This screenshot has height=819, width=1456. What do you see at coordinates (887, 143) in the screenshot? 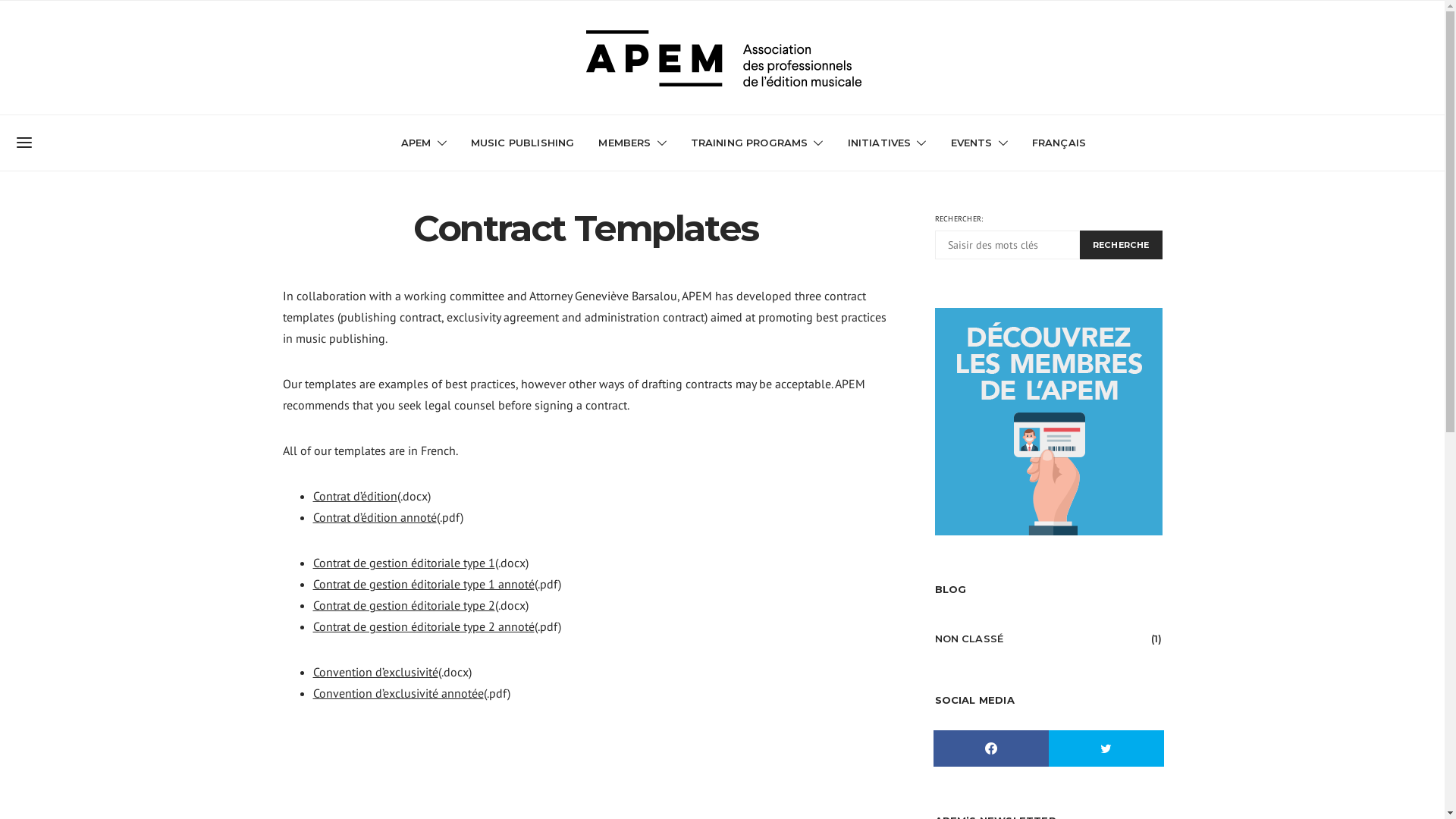
I see `'INITIATIVES'` at bounding box center [887, 143].